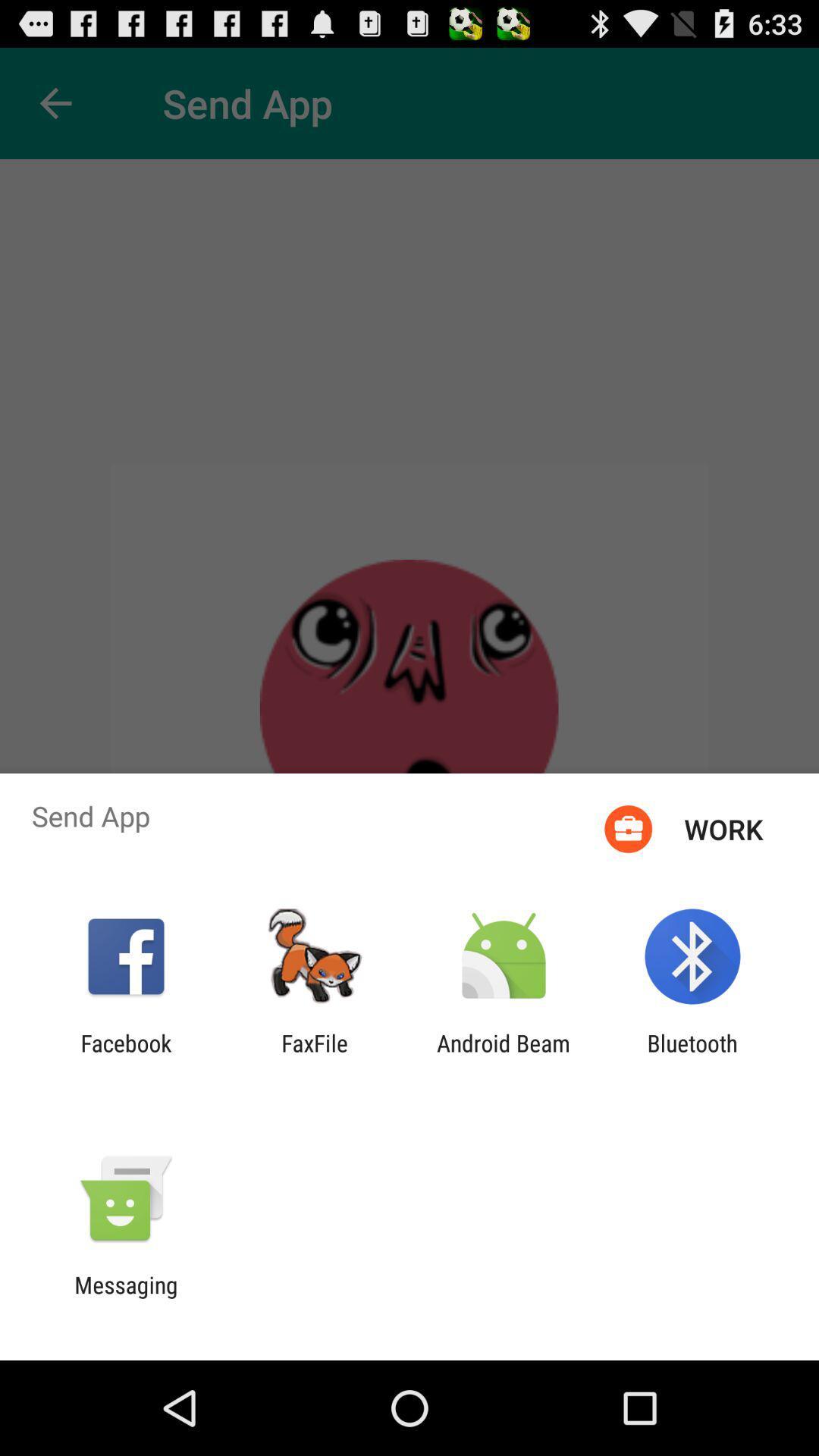  What do you see at coordinates (692, 1056) in the screenshot?
I see `the item next to the android beam icon` at bounding box center [692, 1056].